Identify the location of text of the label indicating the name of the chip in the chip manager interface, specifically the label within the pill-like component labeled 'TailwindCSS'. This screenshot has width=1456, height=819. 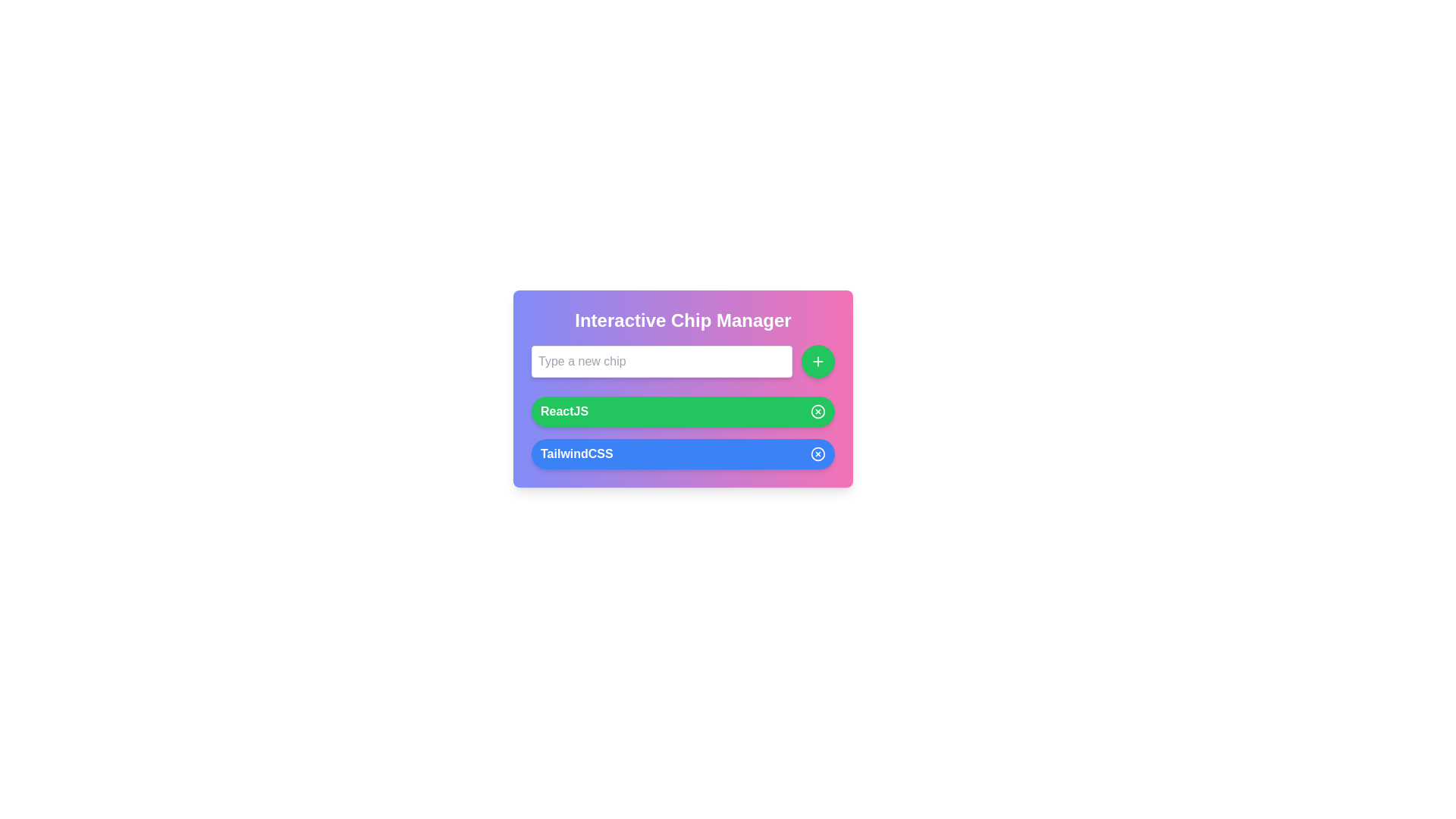
(576, 453).